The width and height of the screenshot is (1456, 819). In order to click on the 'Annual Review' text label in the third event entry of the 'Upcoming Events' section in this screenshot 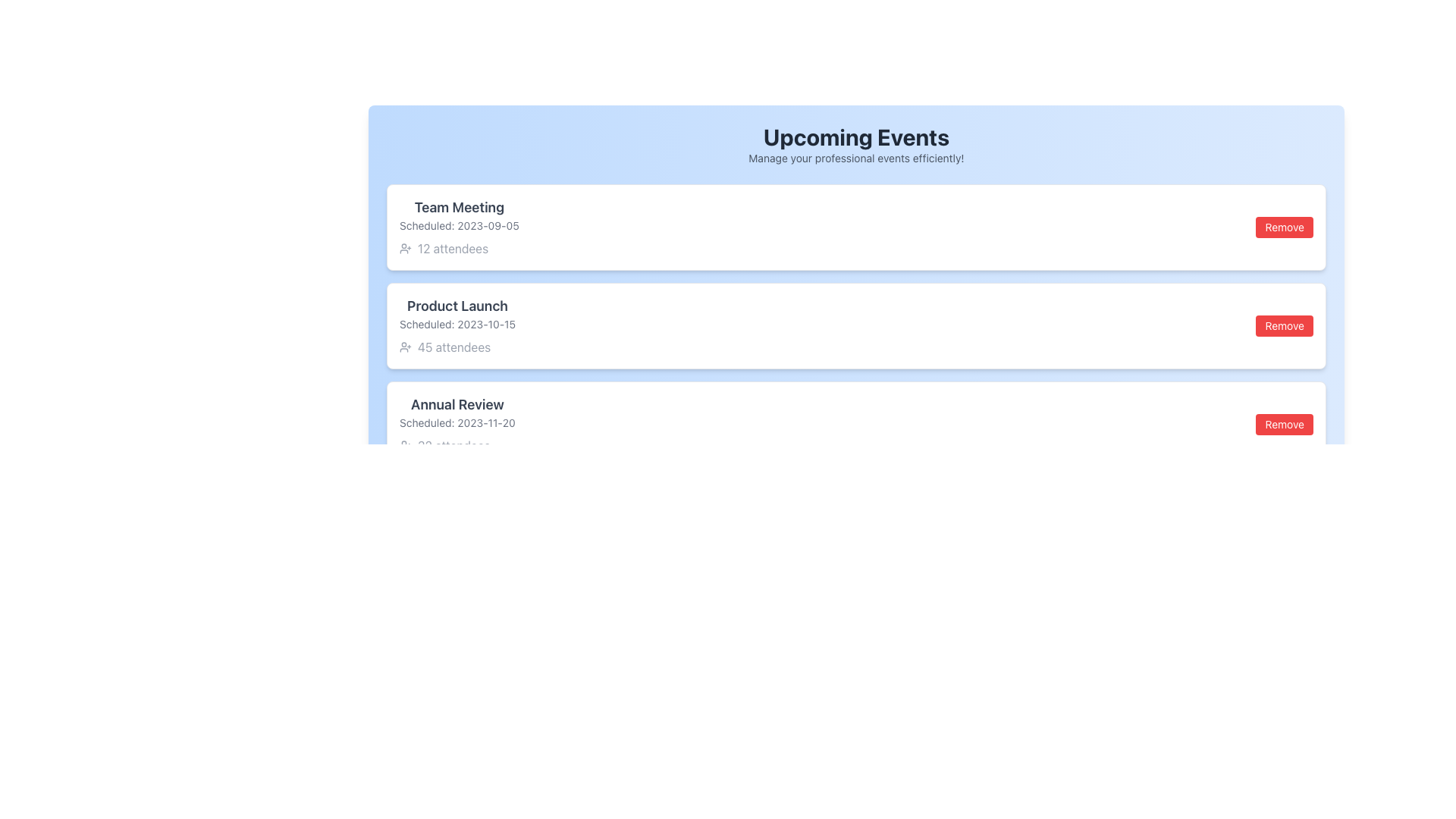, I will do `click(457, 403)`.